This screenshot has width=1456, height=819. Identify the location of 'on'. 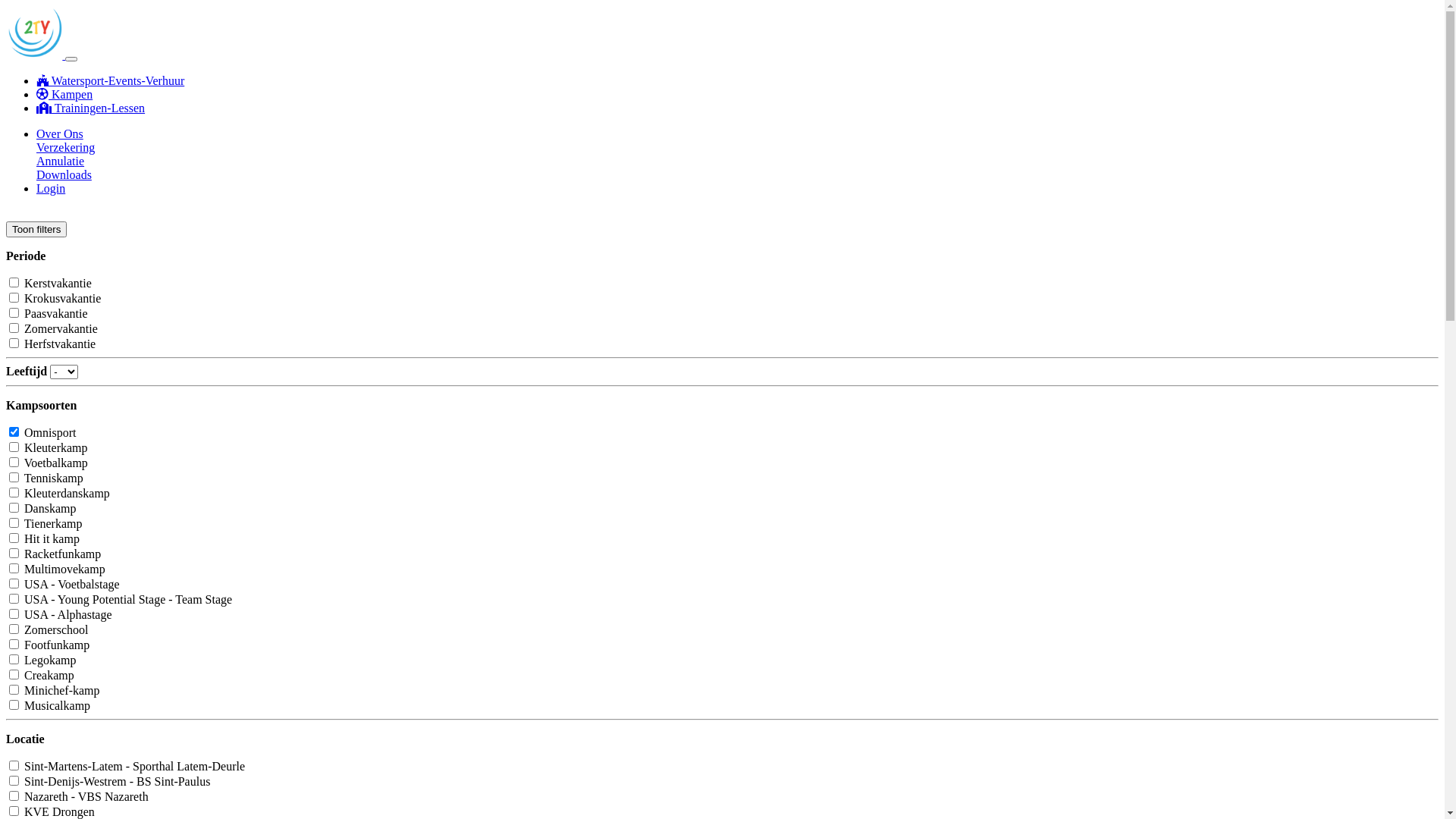
(9, 446).